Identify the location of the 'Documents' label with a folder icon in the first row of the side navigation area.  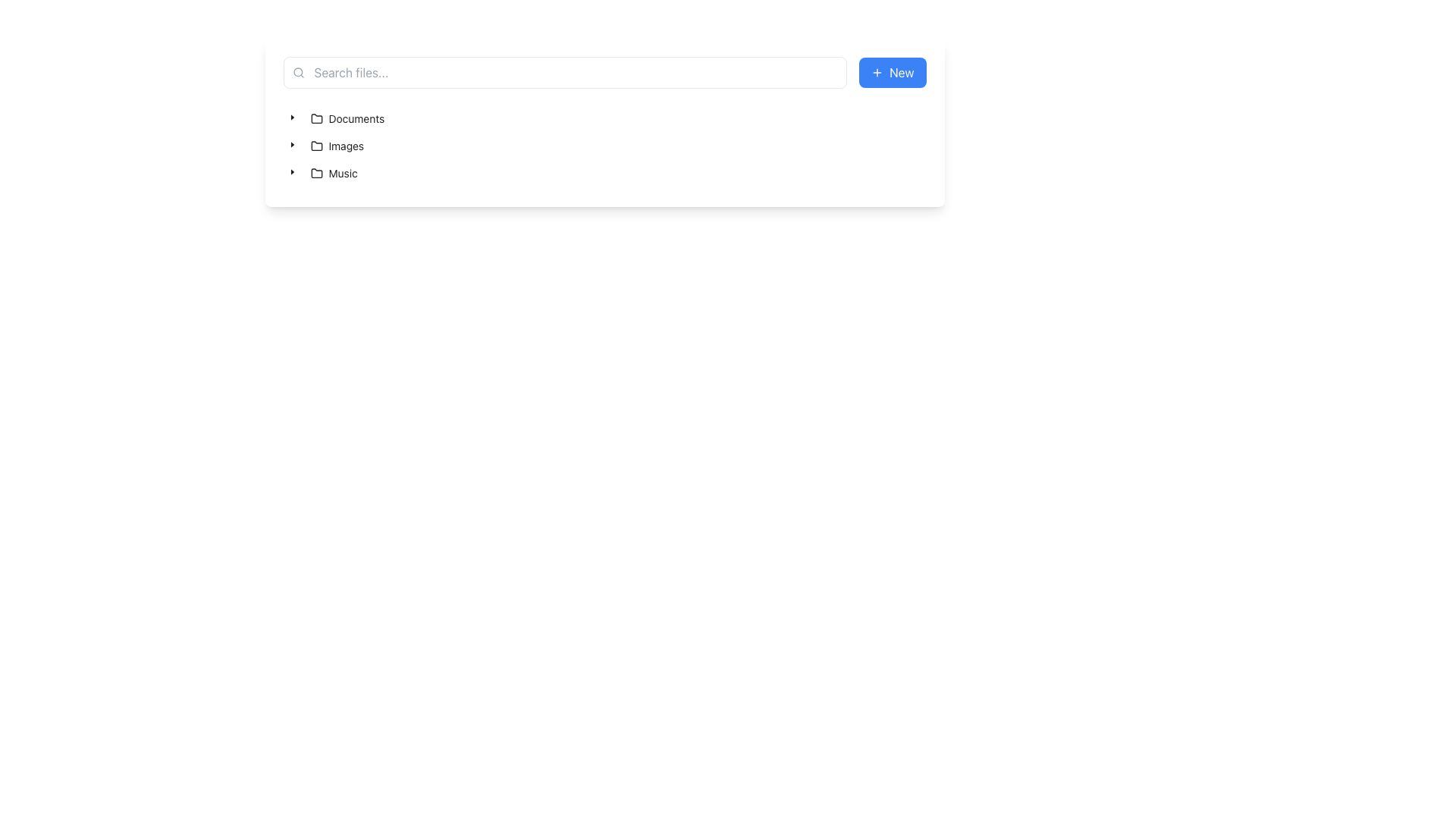
(347, 118).